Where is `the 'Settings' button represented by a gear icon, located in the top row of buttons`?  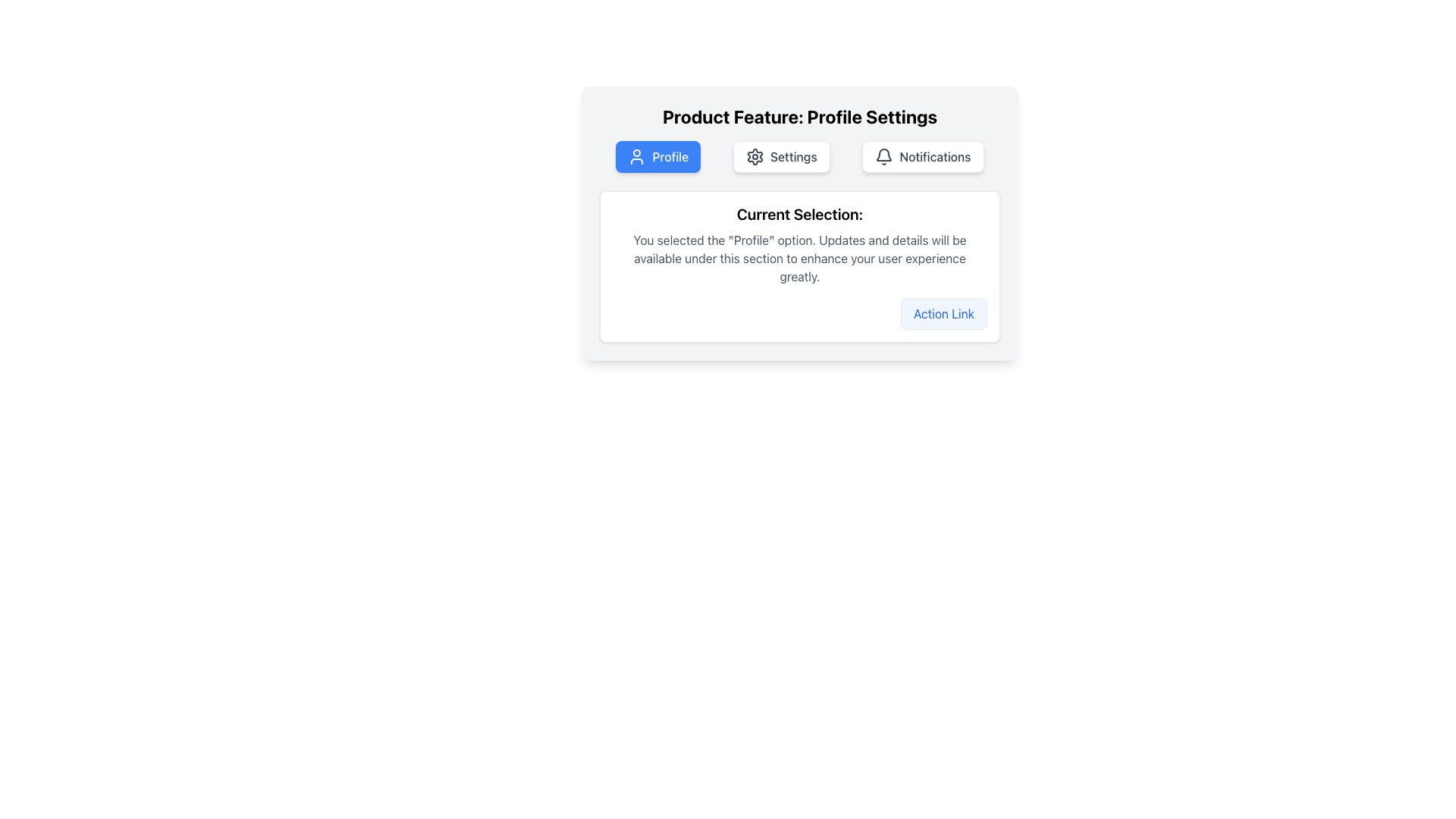
the 'Settings' button represented by a gear icon, located in the top row of buttons is located at coordinates (755, 157).